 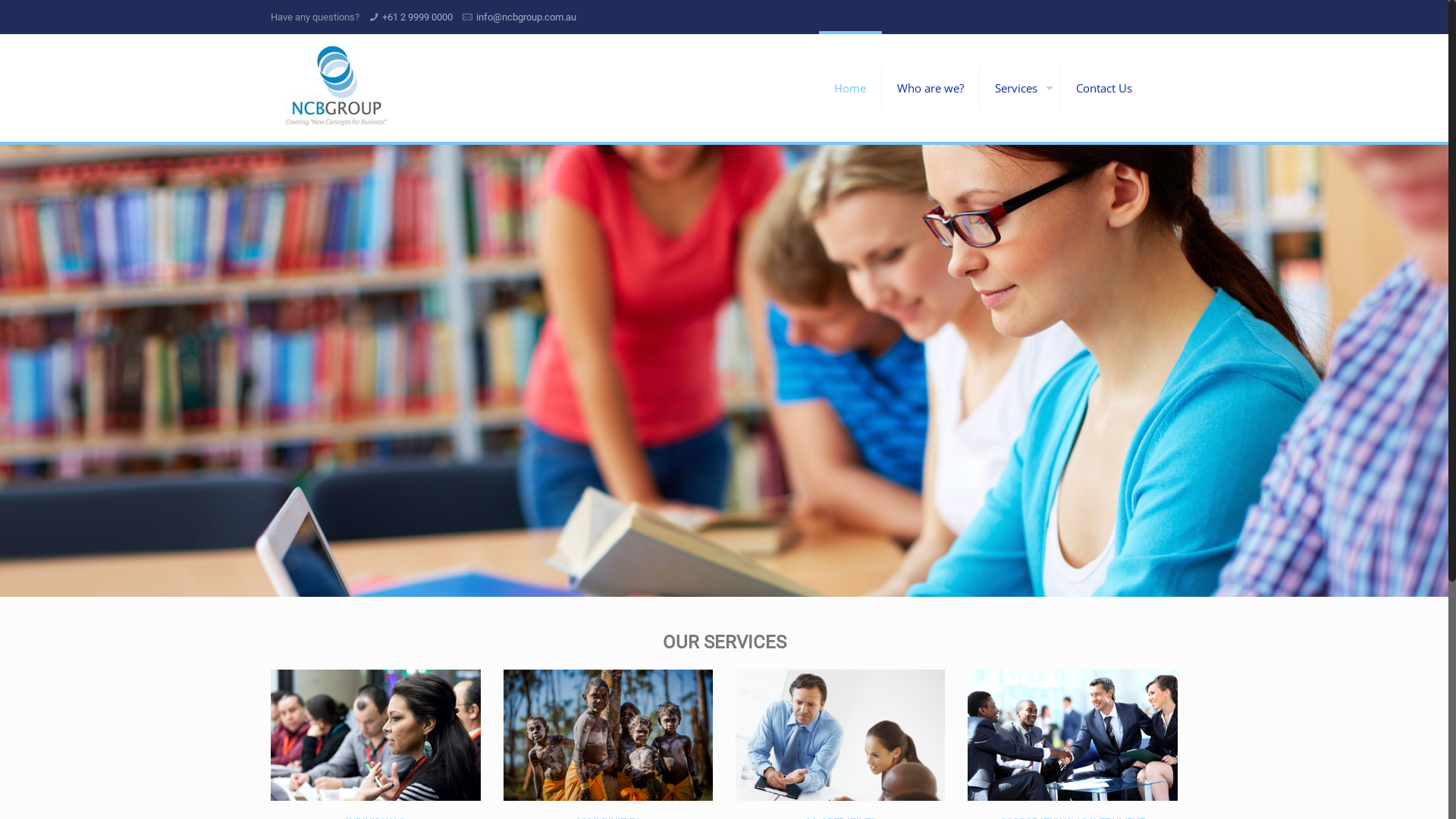 What do you see at coordinates (850, 87) in the screenshot?
I see `'Home'` at bounding box center [850, 87].